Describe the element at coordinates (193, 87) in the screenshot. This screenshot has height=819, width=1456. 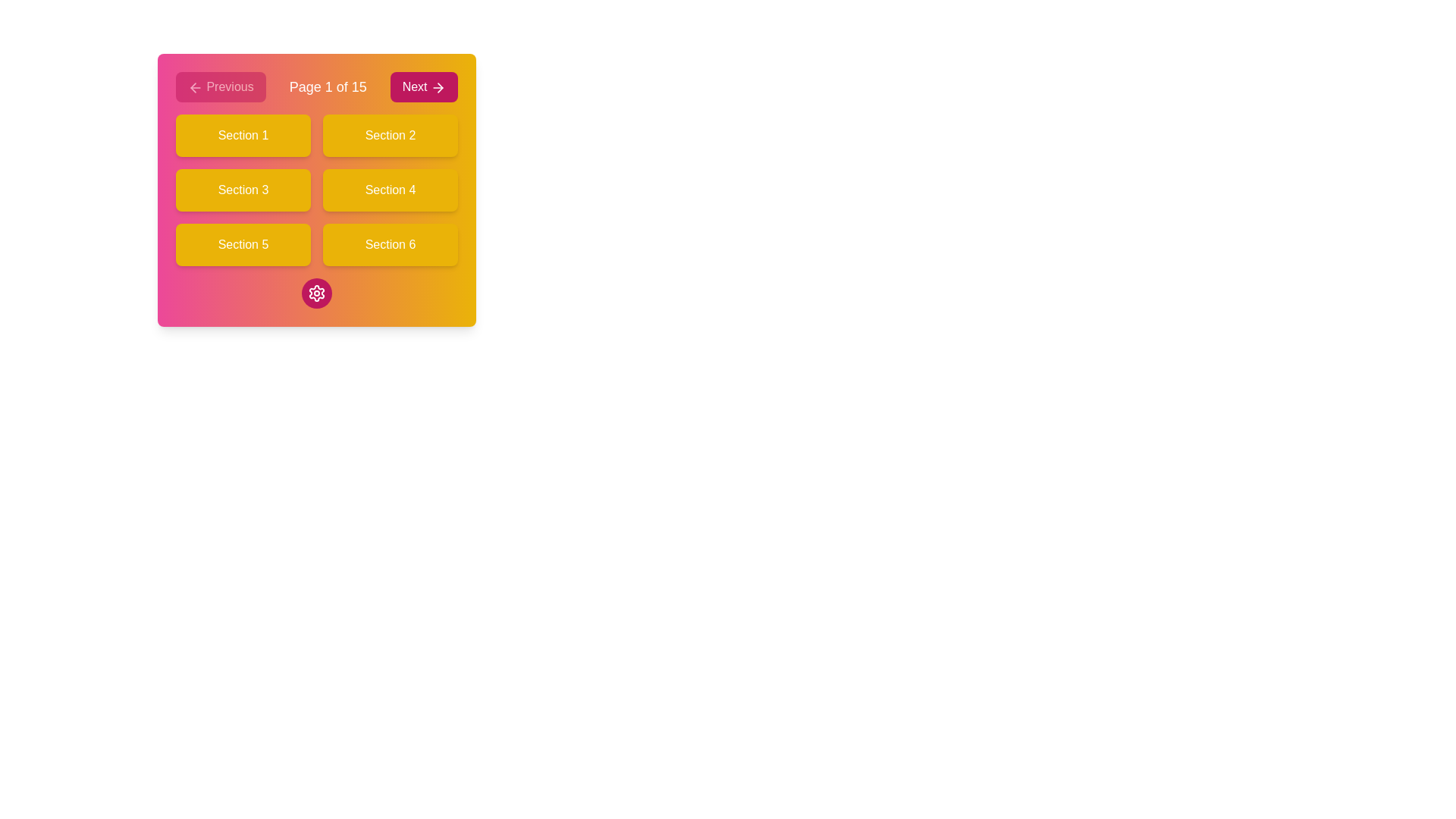
I see `the decorative graphical component representing navigation to the previous section, located within the 'Previous' button at the top left of the interface` at that location.